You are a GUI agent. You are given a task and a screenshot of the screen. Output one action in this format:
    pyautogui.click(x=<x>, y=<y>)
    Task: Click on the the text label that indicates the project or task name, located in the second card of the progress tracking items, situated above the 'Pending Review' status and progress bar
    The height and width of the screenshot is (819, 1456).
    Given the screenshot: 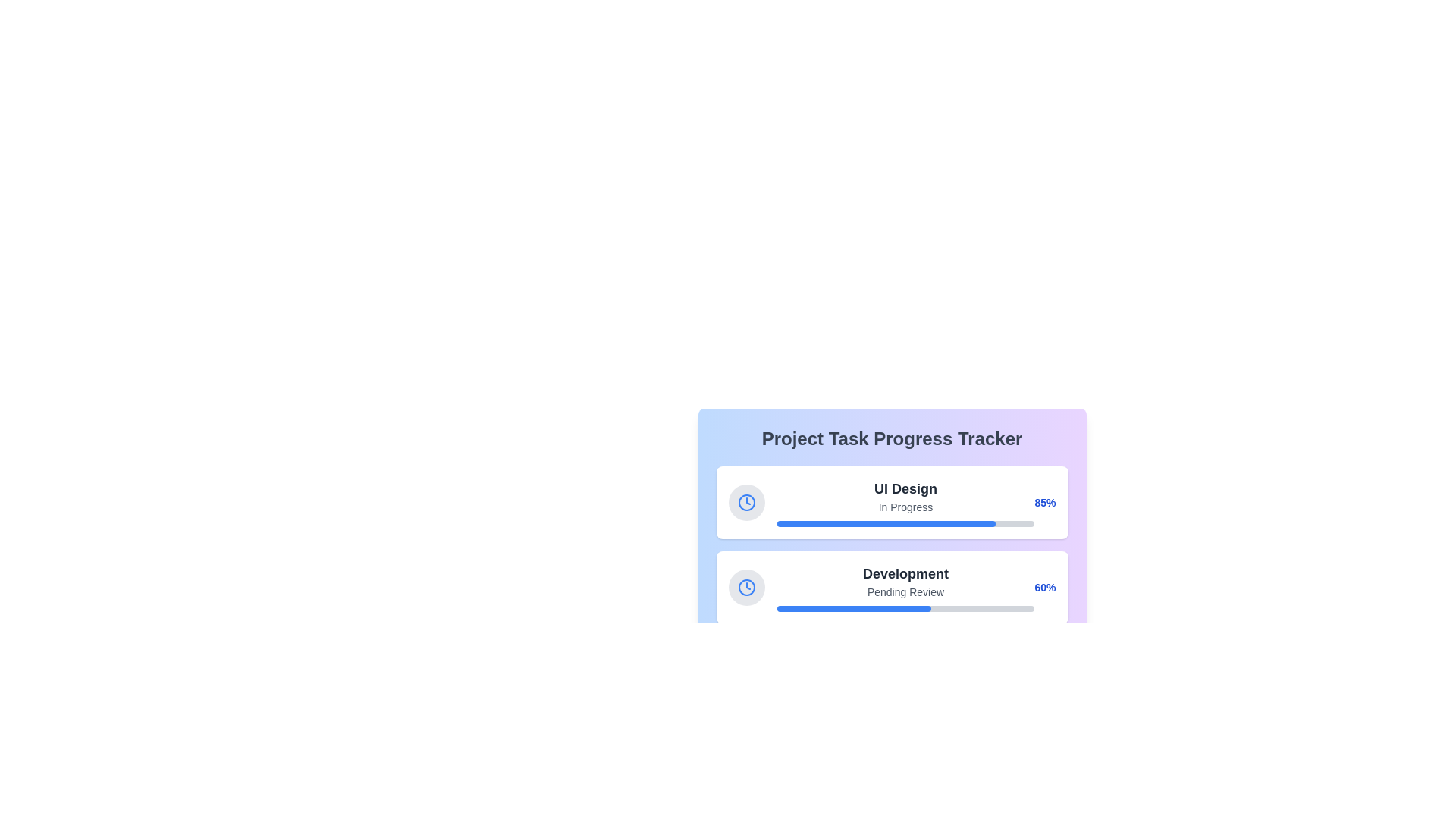 What is the action you would take?
    pyautogui.click(x=905, y=573)
    